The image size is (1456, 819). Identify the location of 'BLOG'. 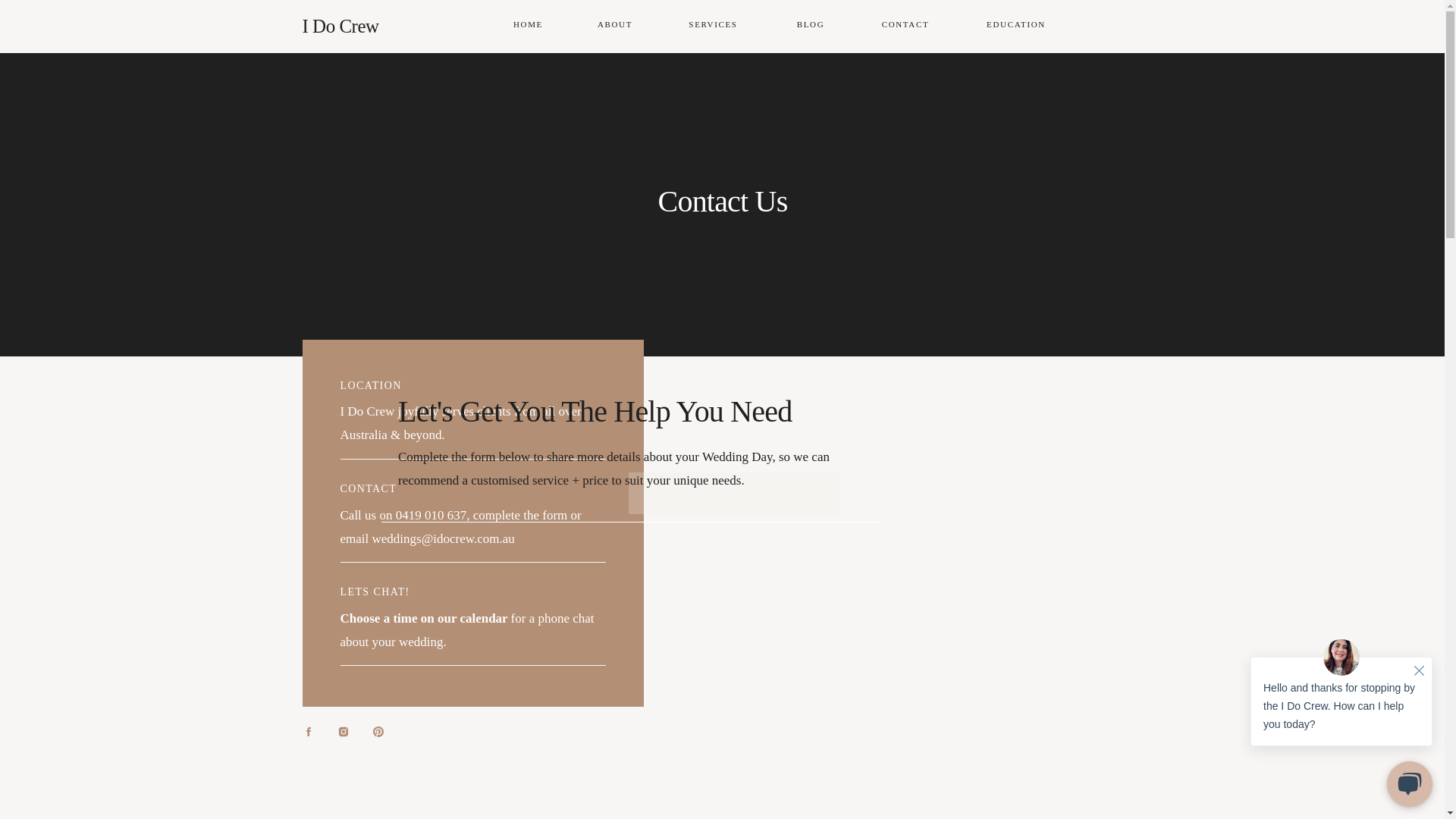
(810, 26).